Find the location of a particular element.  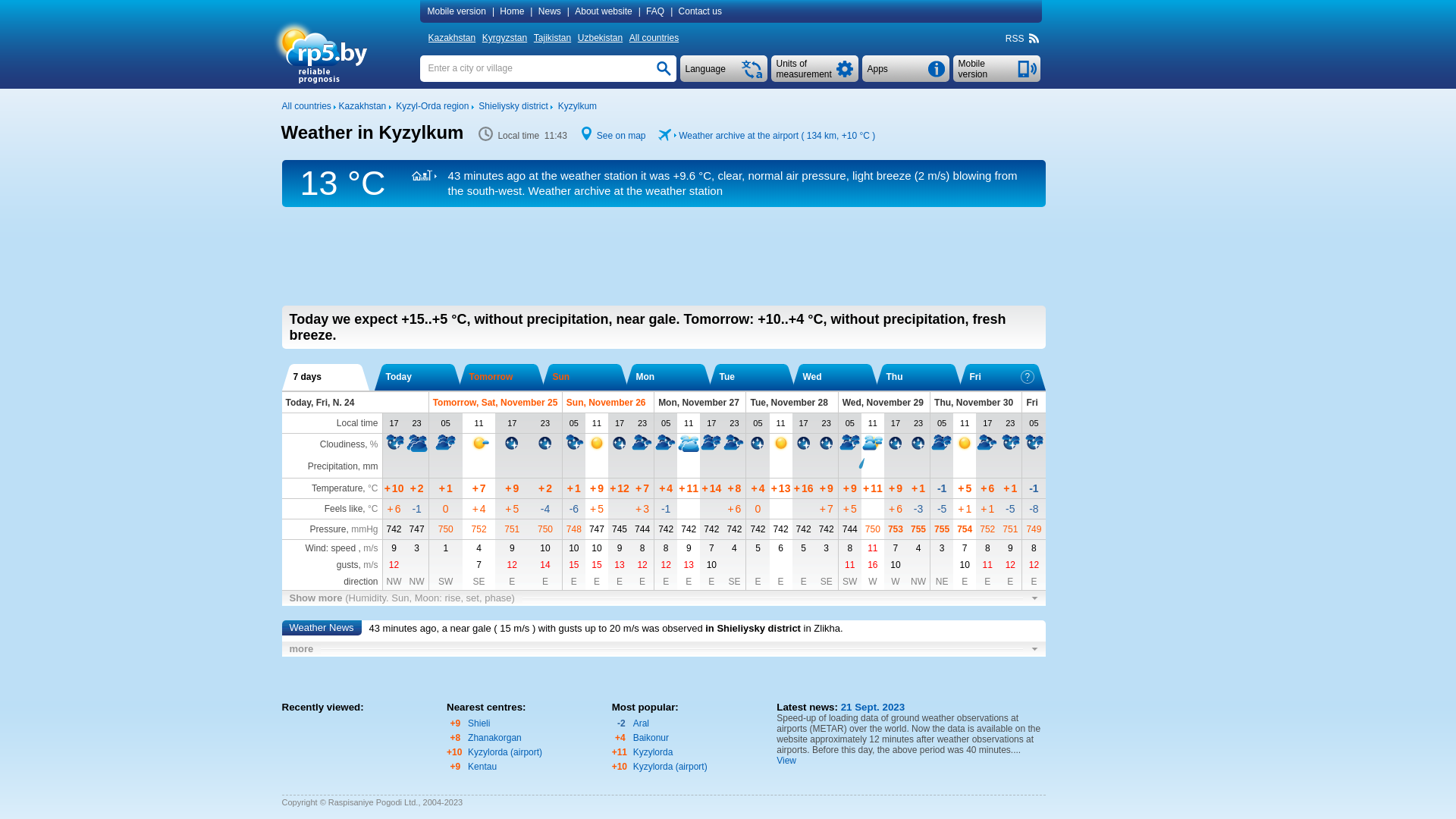

'Kyzylkum' is located at coordinates (576, 105).